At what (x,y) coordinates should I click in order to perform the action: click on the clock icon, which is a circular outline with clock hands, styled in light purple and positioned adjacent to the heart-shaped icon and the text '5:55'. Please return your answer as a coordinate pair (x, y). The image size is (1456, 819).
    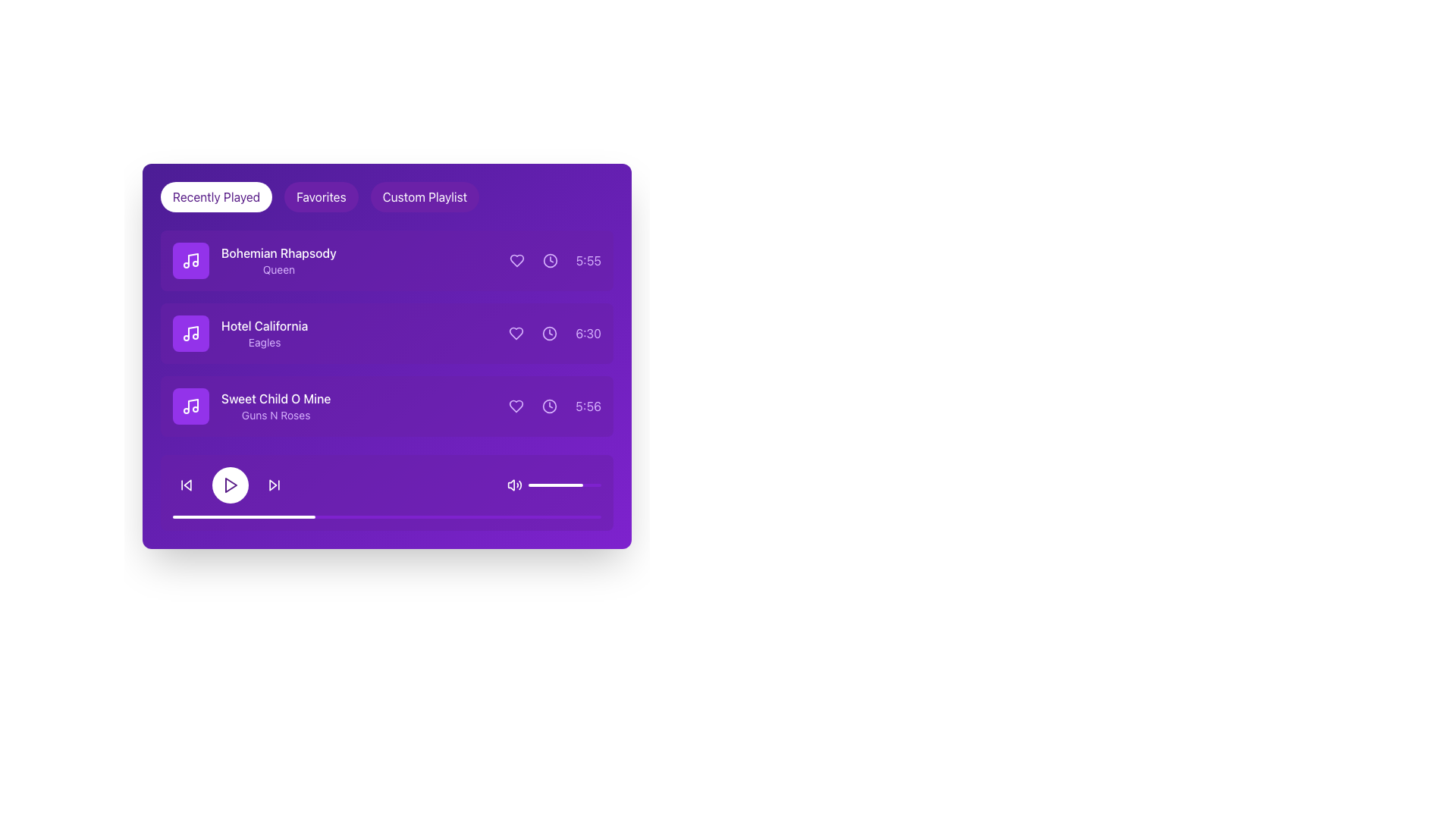
    Looking at the image, I should click on (549, 259).